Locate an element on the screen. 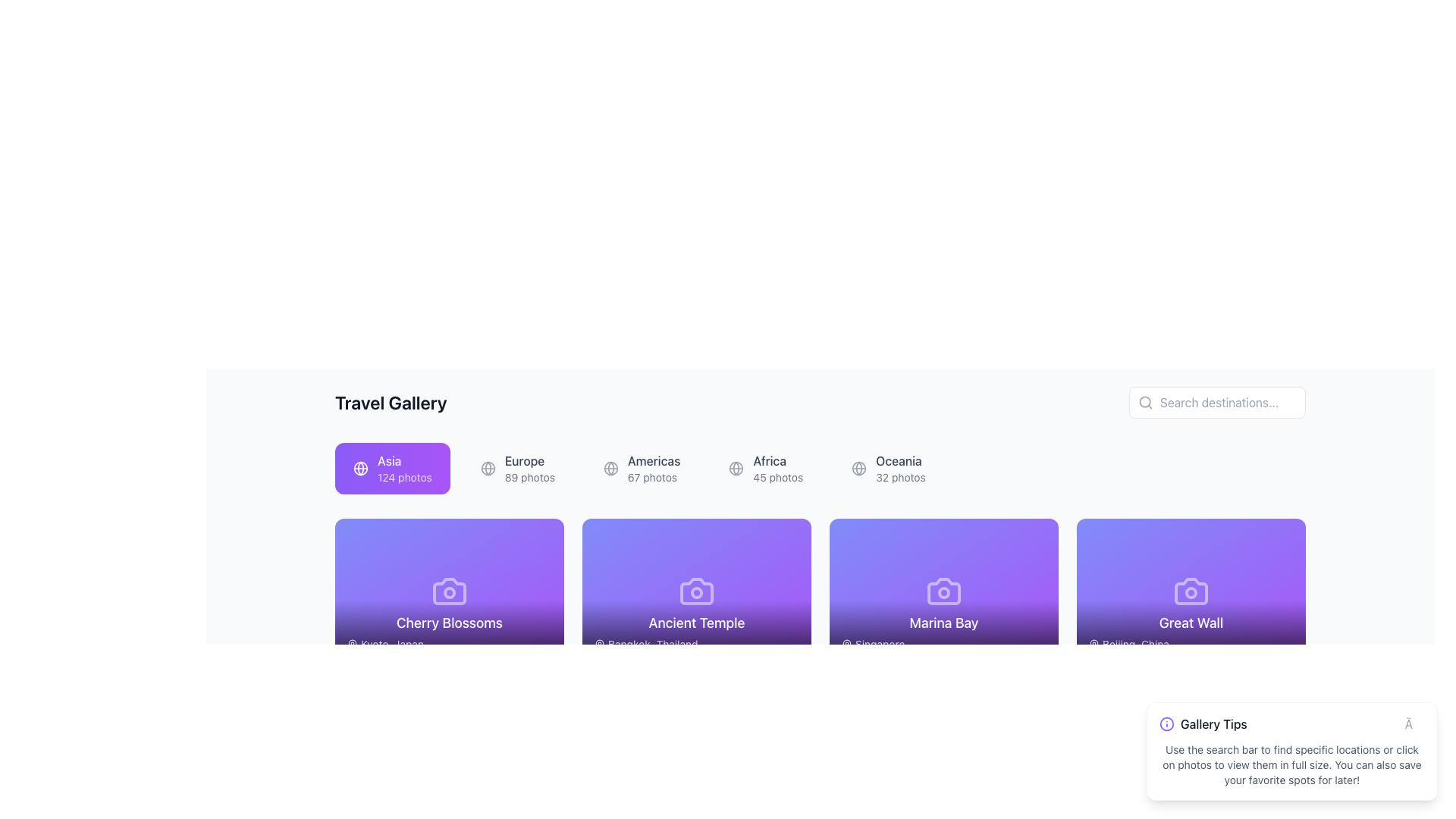  the camera icon located at the center of the upper section of the 'Great Wall' card, which is styled in a light color on a gradient background transitioning from purple to violet is located at coordinates (1190, 590).